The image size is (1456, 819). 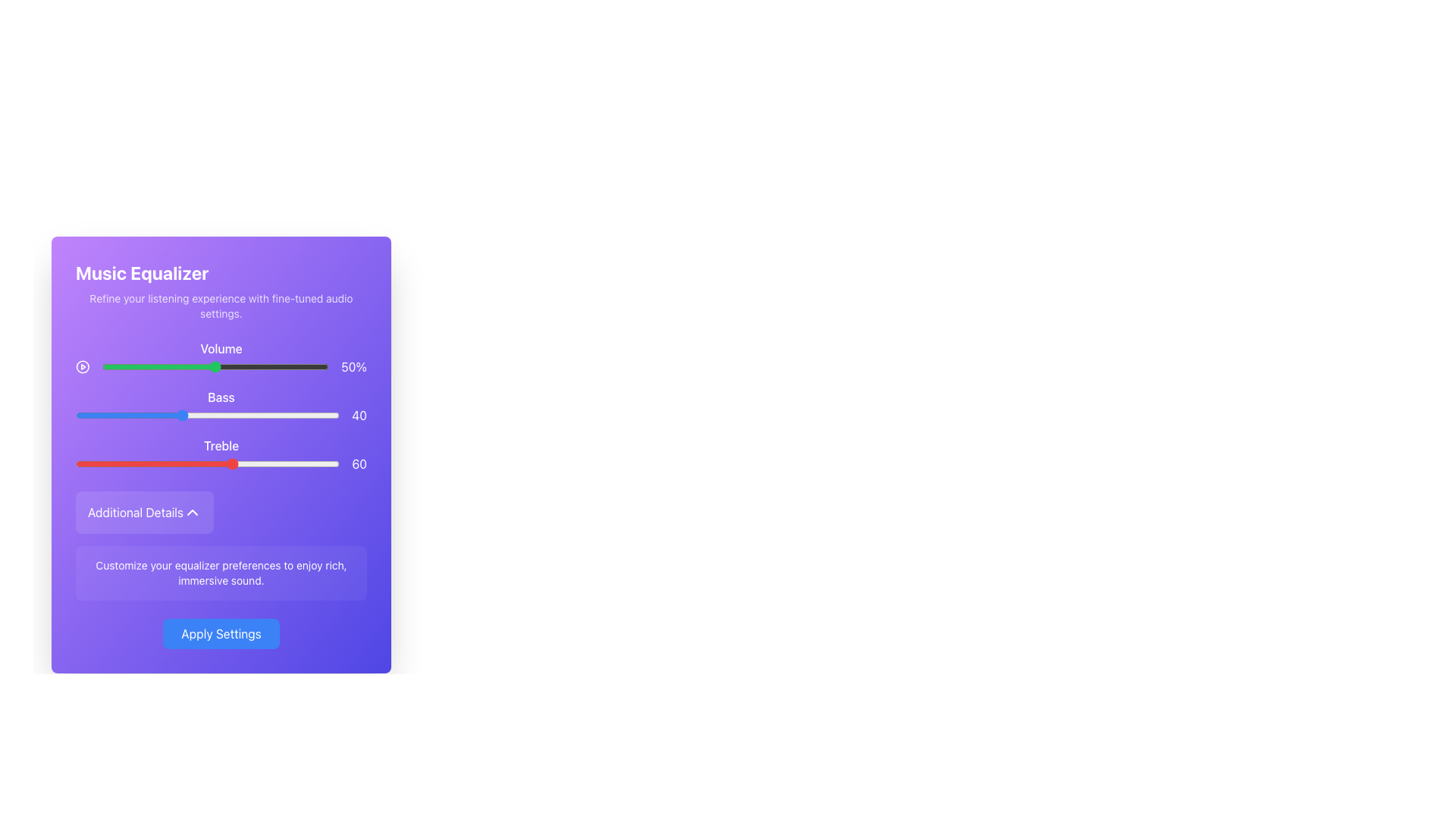 What do you see at coordinates (221, 573) in the screenshot?
I see `text block displaying the message 'Customize your equalizer preferences to enjoy rich, immersive sound.' which is located at the center of the purple card layout, just above the 'Apply Settings' button` at bounding box center [221, 573].